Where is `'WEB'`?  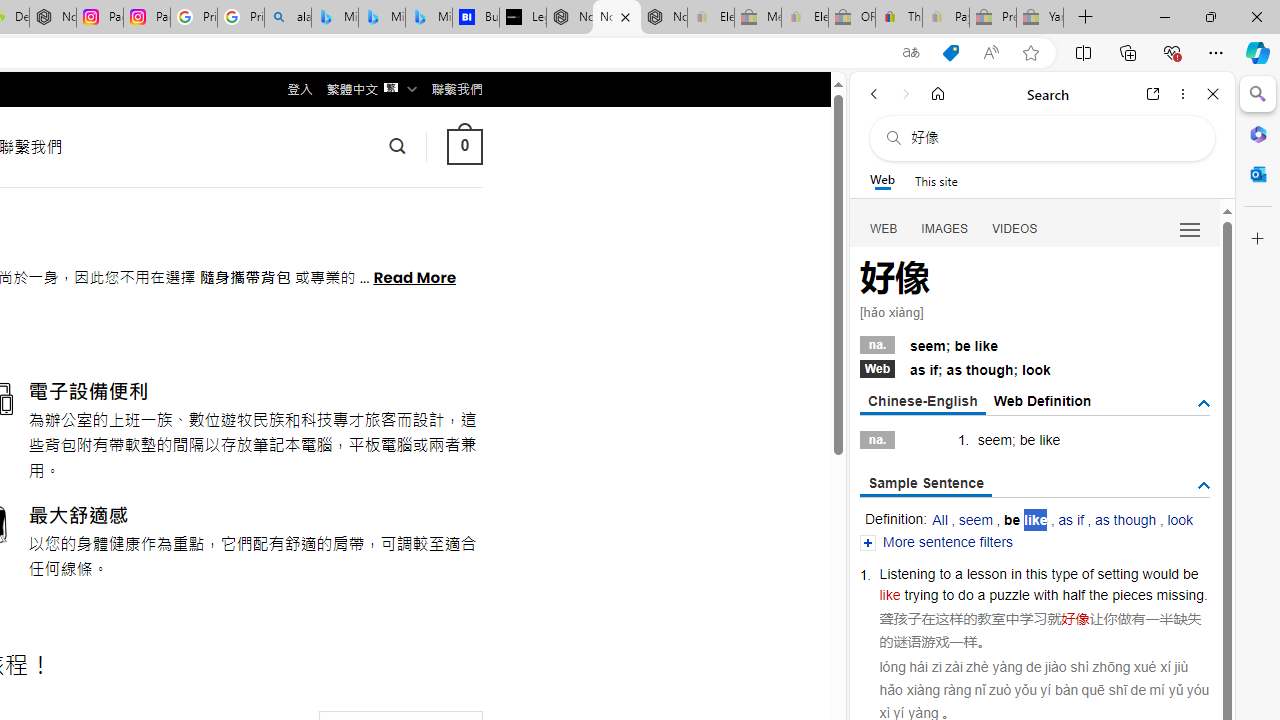 'WEB' is located at coordinates (883, 227).